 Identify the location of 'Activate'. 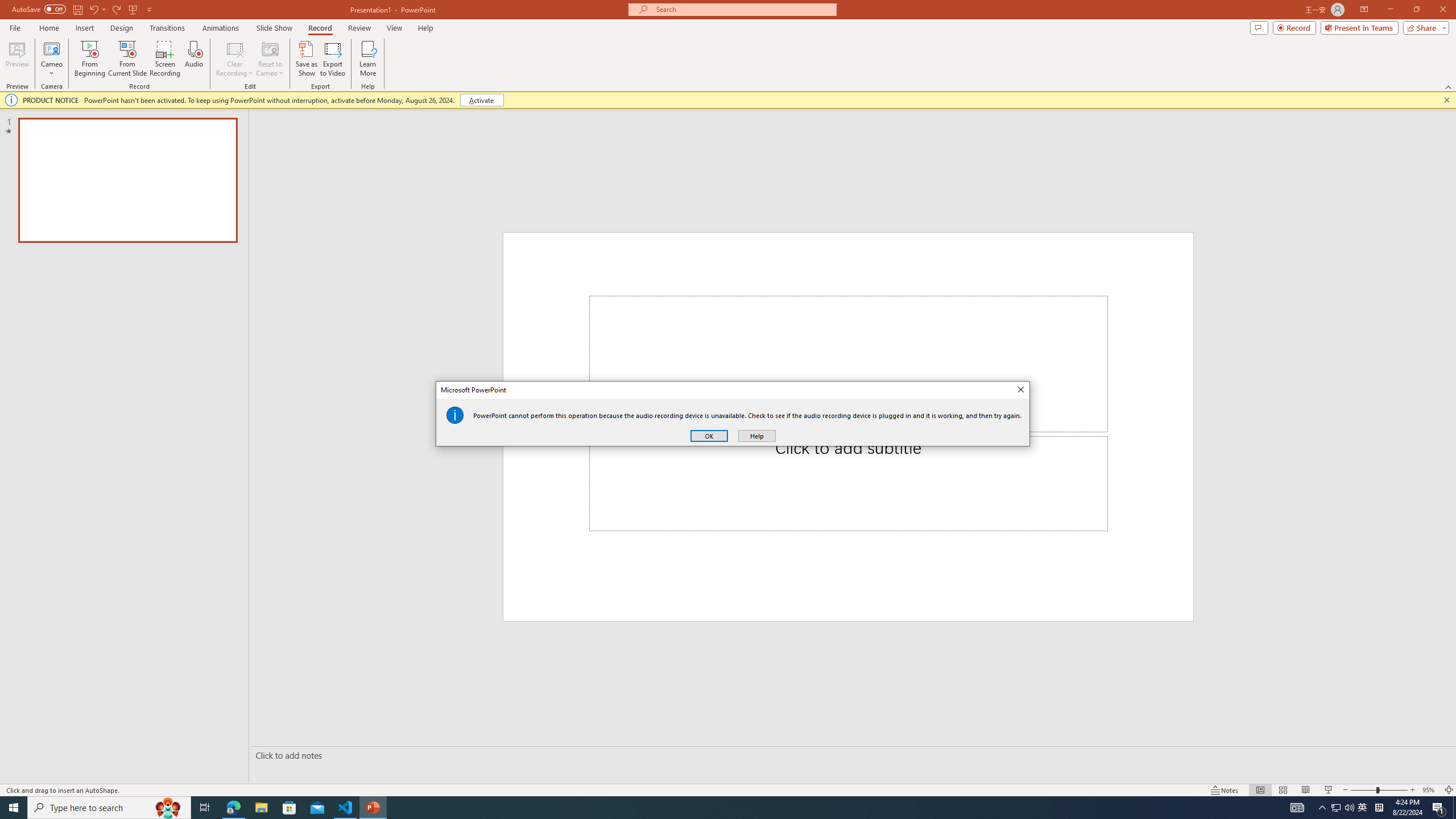
(482, 100).